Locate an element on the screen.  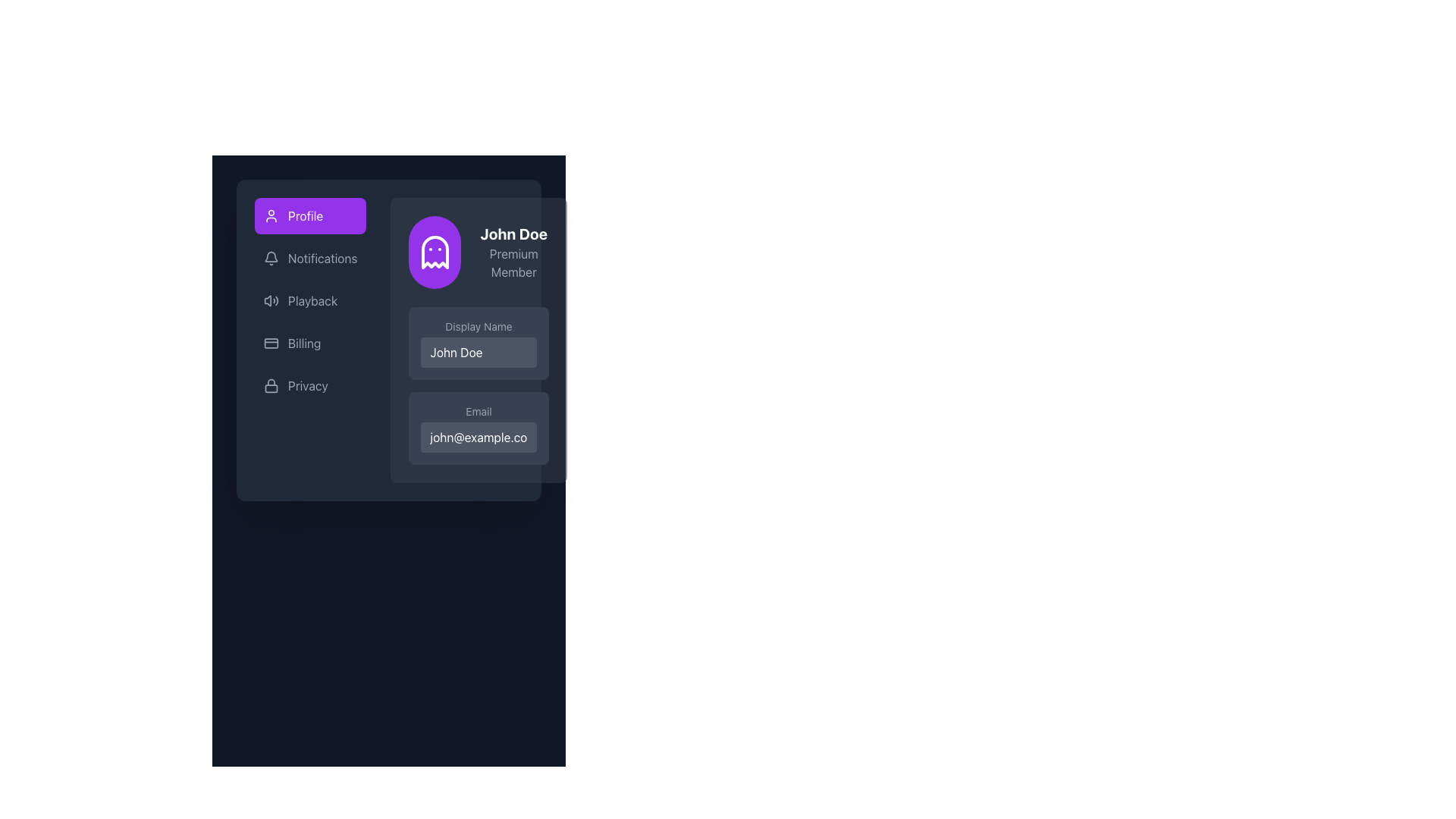
the third and outermost curved line segment of the SVG icon representing sound waves is located at coordinates (277, 301).